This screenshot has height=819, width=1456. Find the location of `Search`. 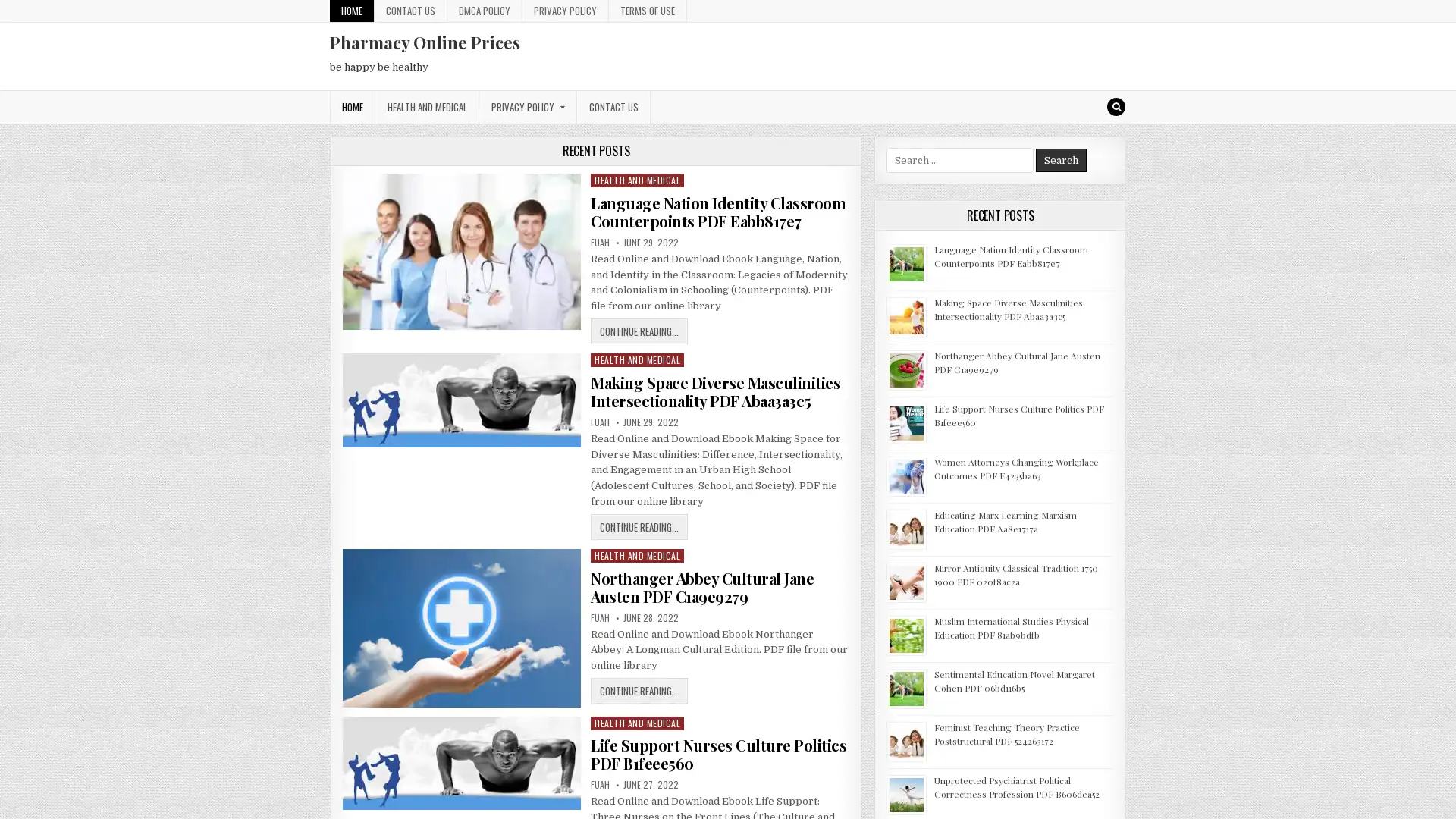

Search is located at coordinates (1060, 160).